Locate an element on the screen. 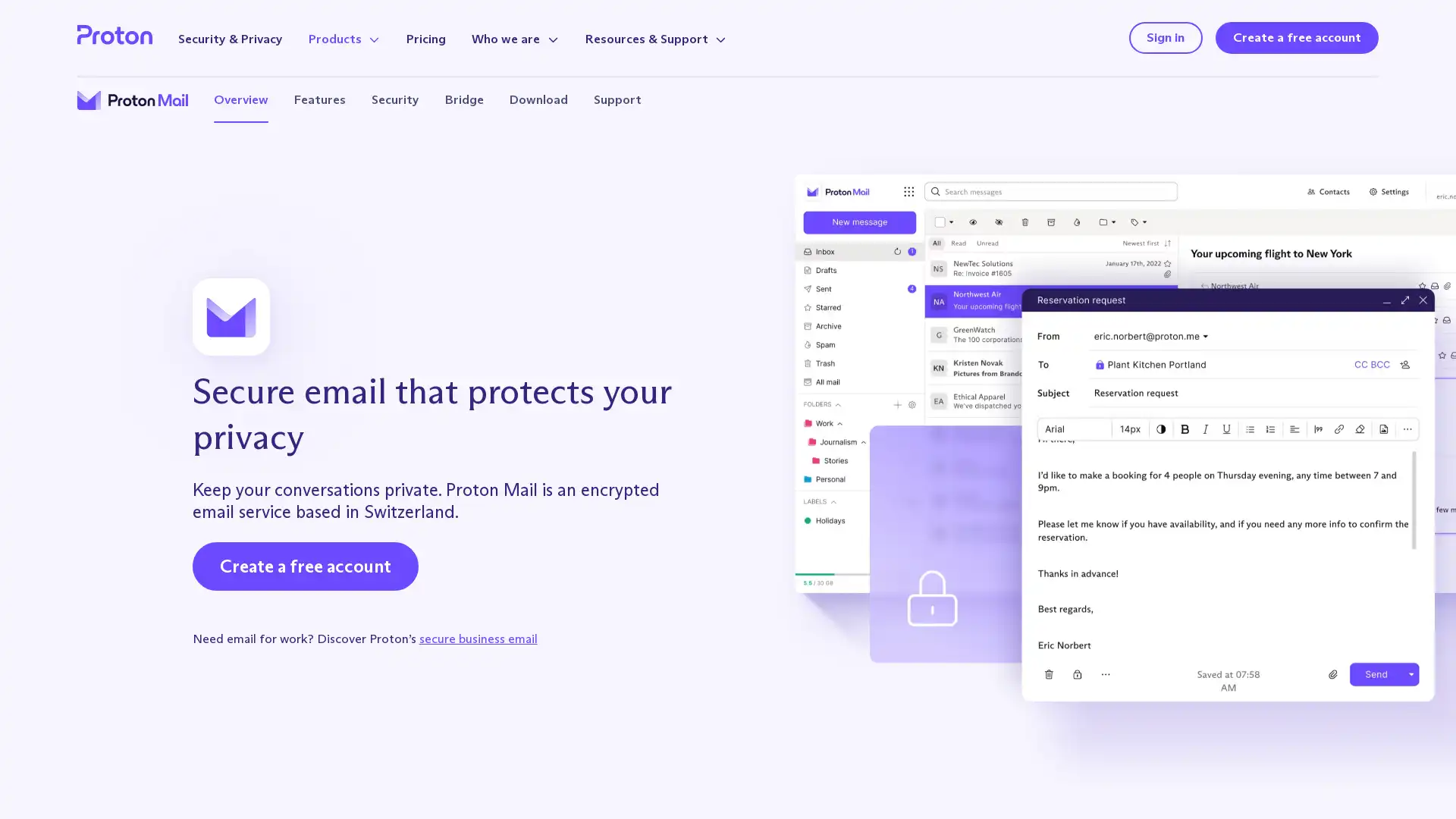 This screenshot has height=819, width=1456. Who we are is located at coordinates (515, 38).